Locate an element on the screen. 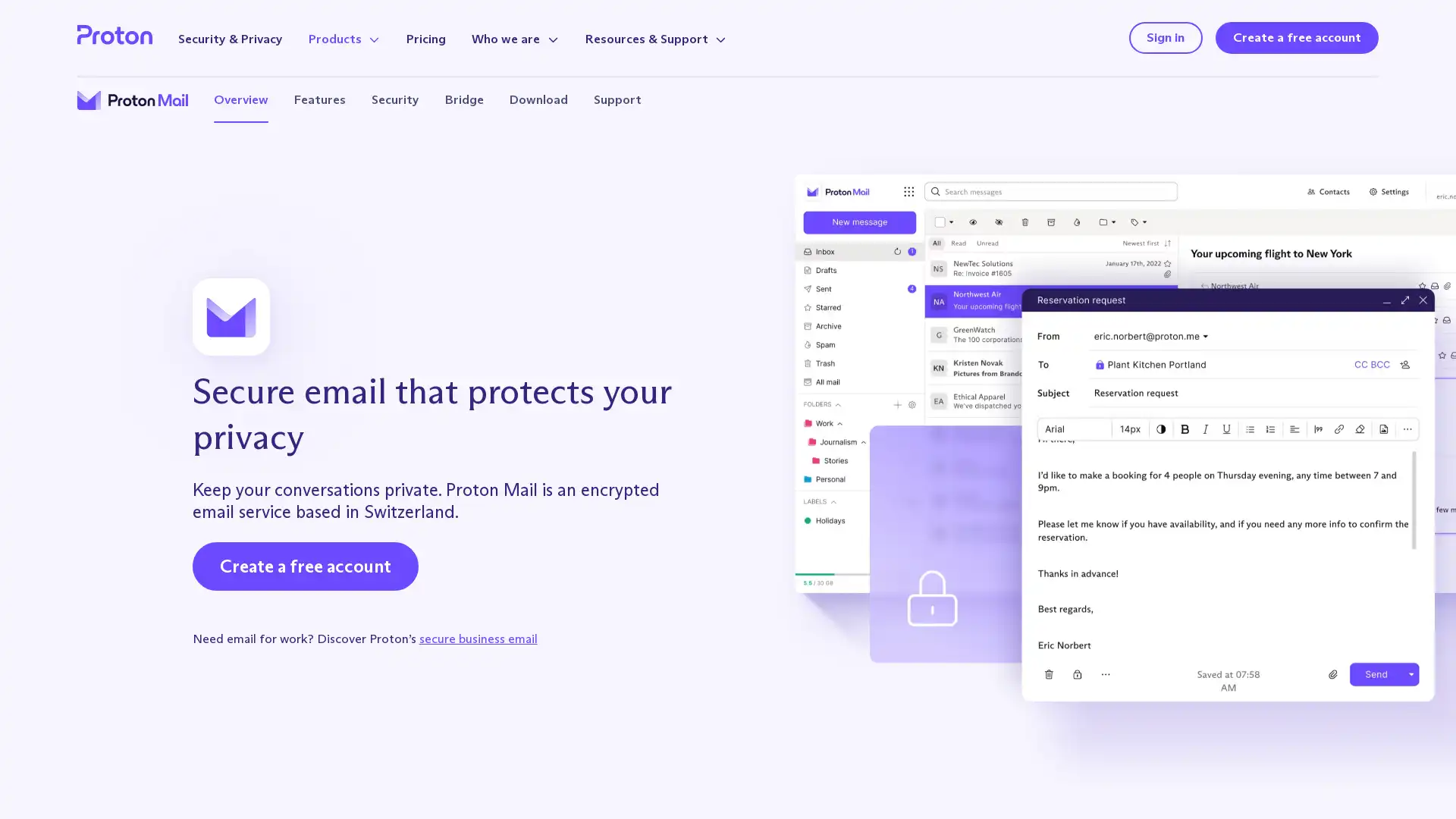 This screenshot has height=819, width=1456. Who we are is located at coordinates (515, 38).